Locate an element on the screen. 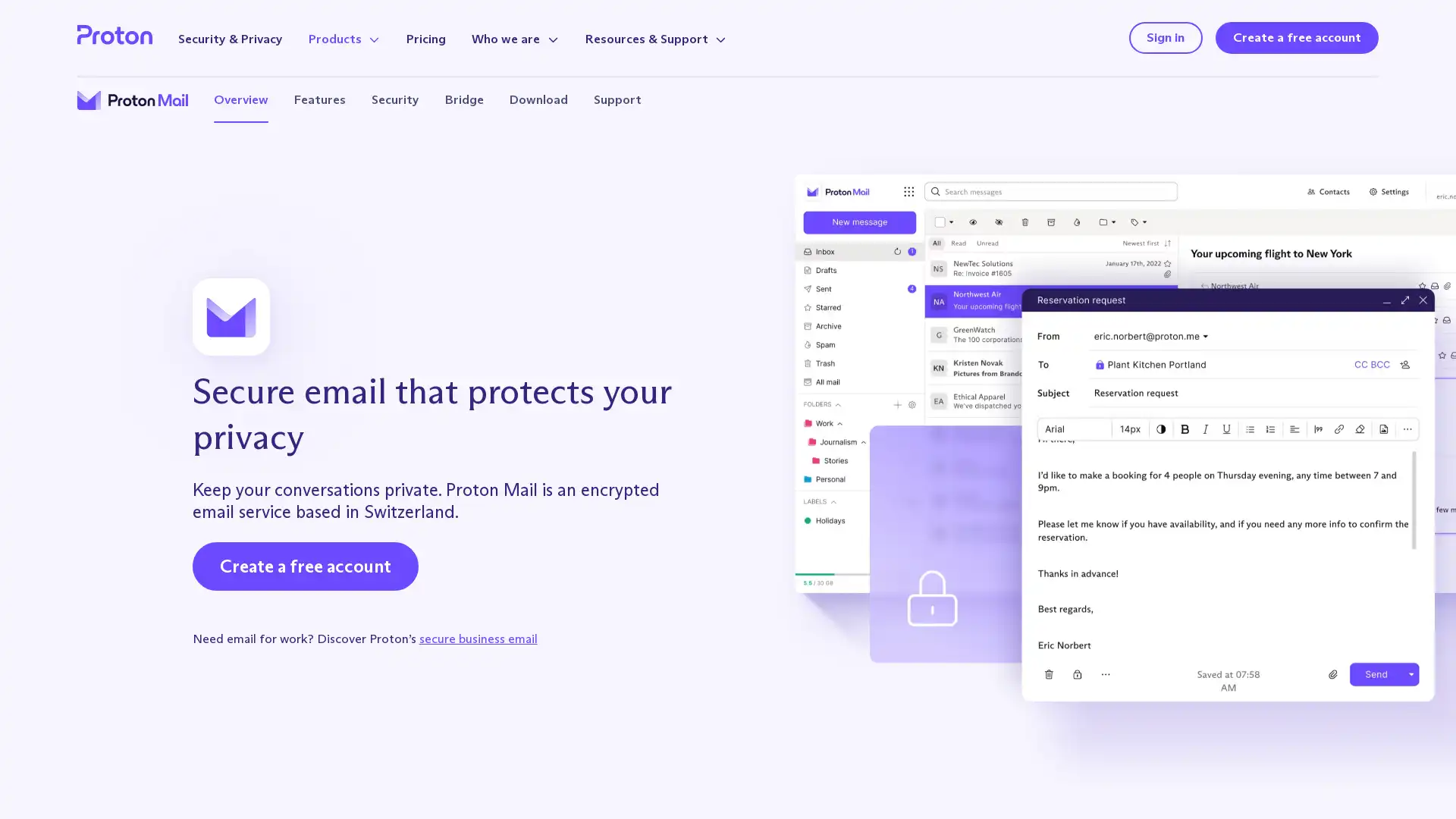 This screenshot has height=819, width=1456. Who we are is located at coordinates (515, 38).